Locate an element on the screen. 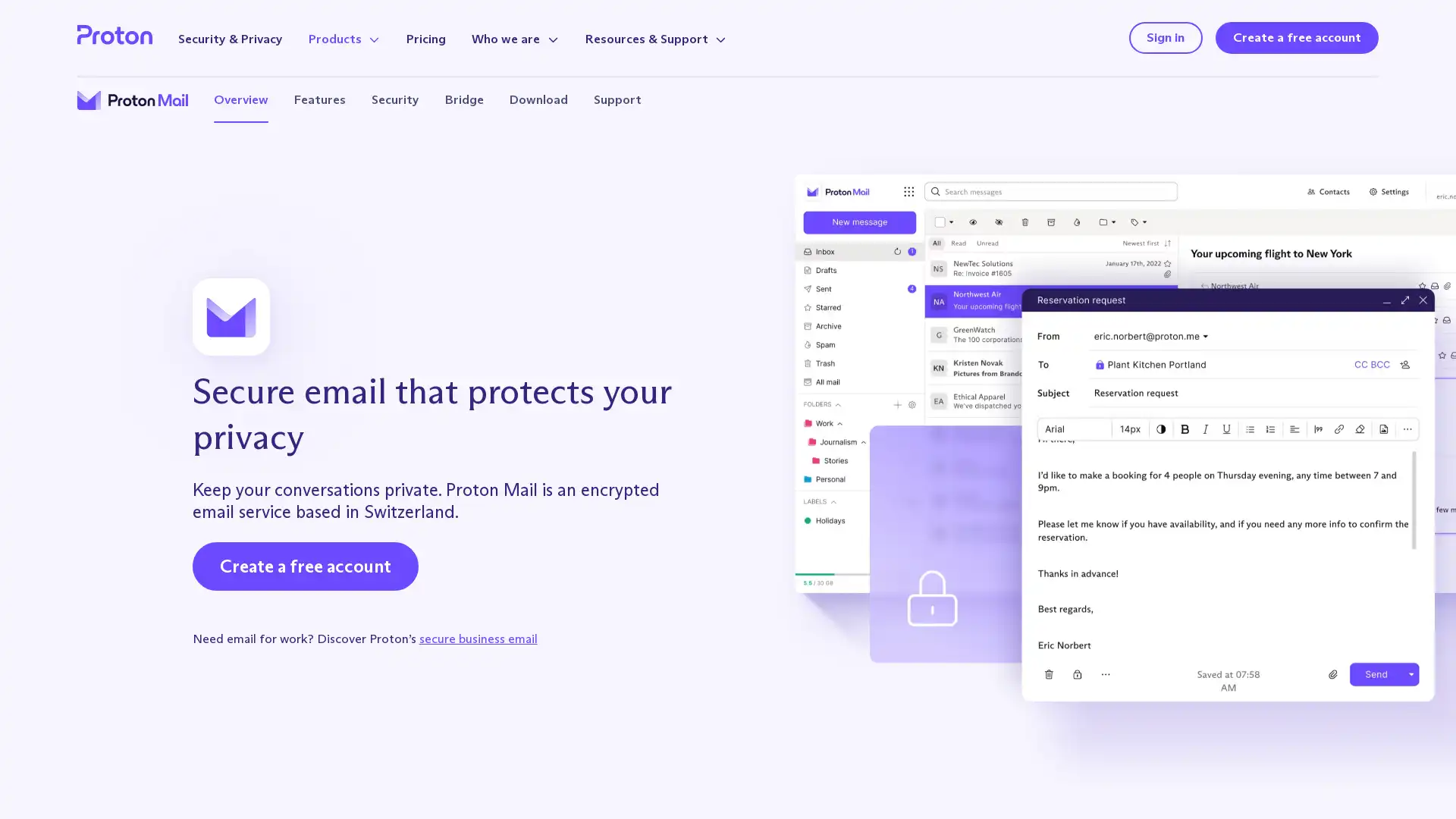 This screenshot has height=819, width=1456. Who we are is located at coordinates (515, 38).